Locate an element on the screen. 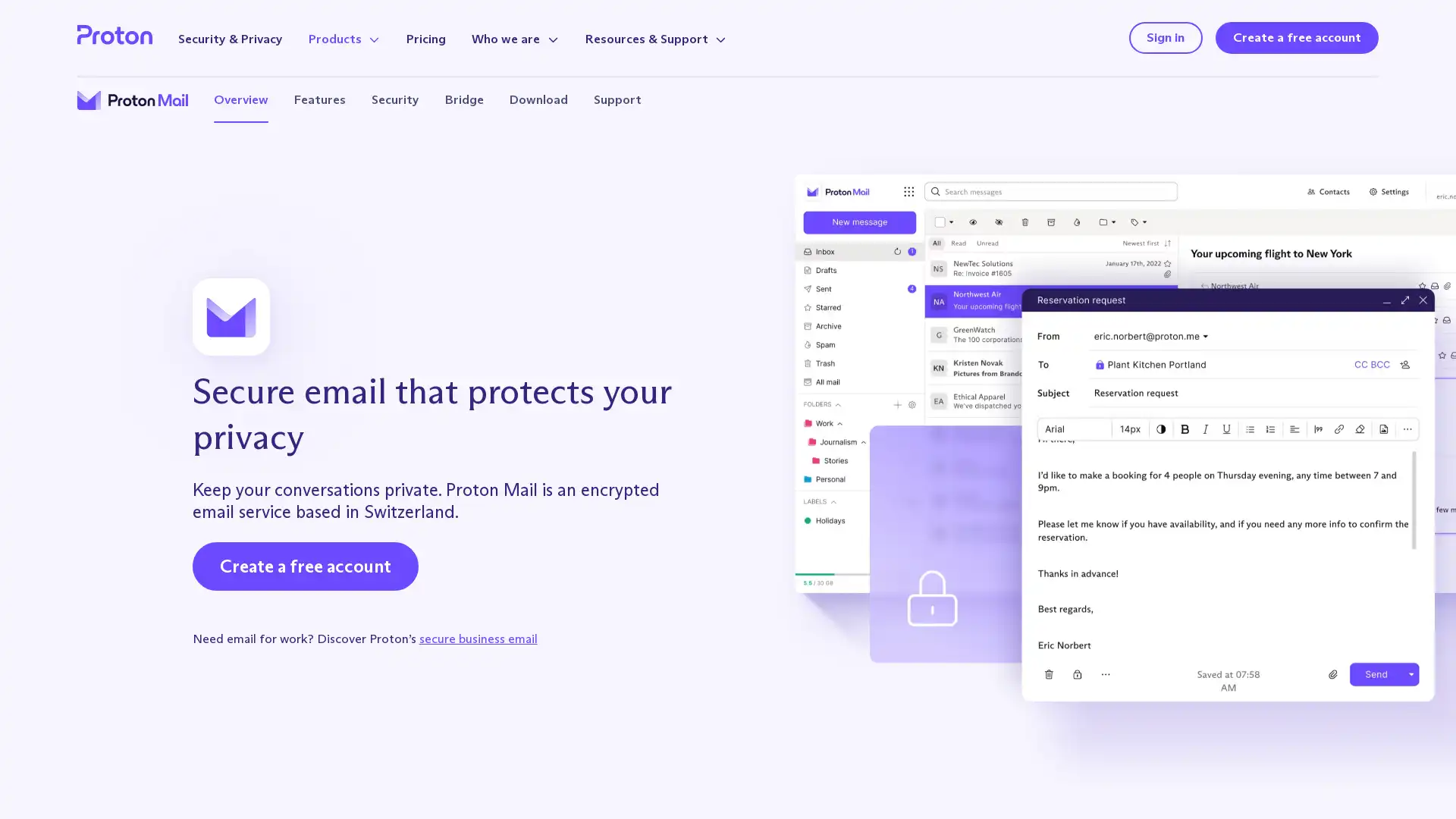 This screenshot has height=819, width=1456. Who we are is located at coordinates (515, 38).